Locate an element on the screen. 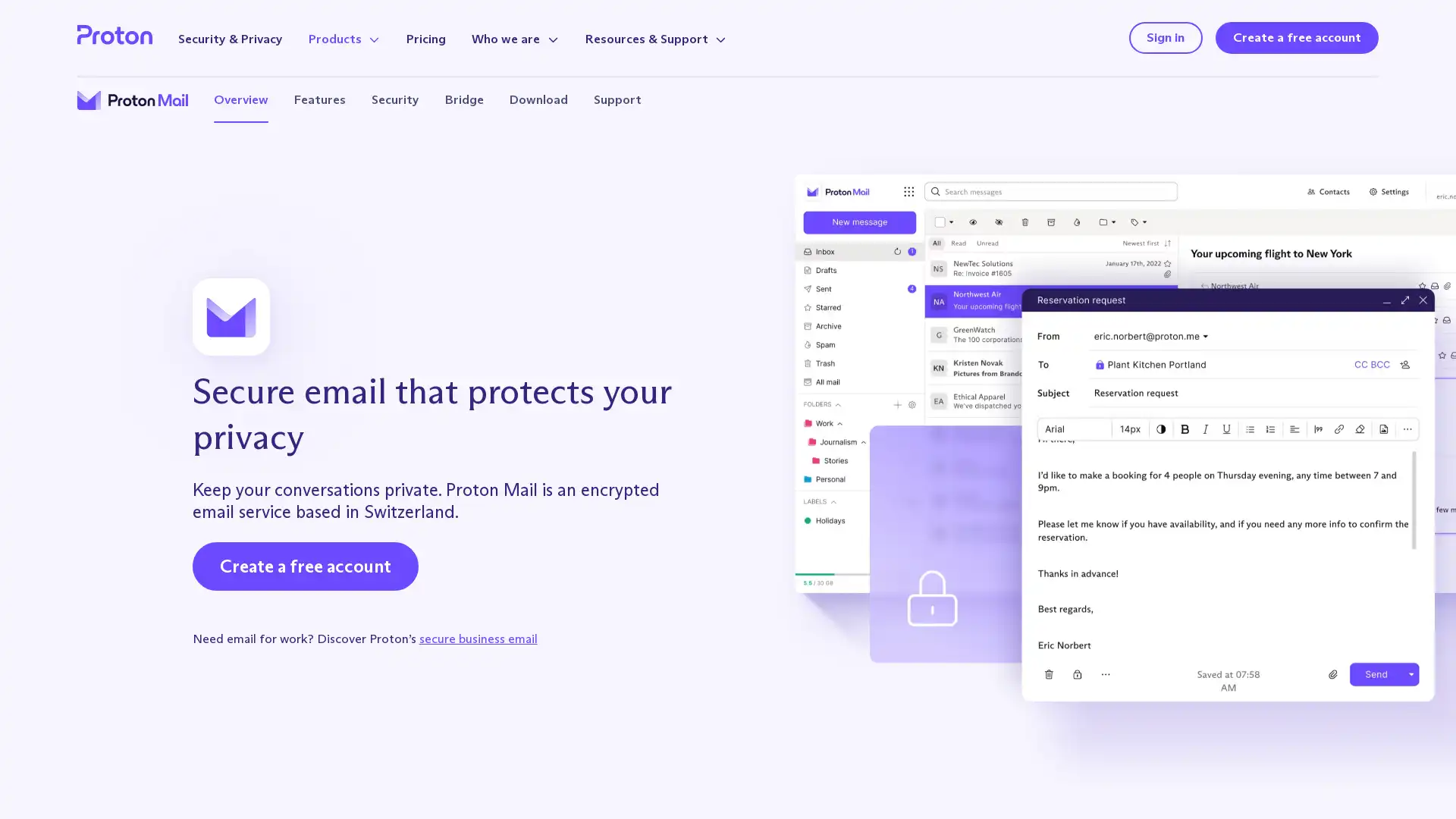 This screenshot has height=819, width=1456. Who we are is located at coordinates (515, 38).